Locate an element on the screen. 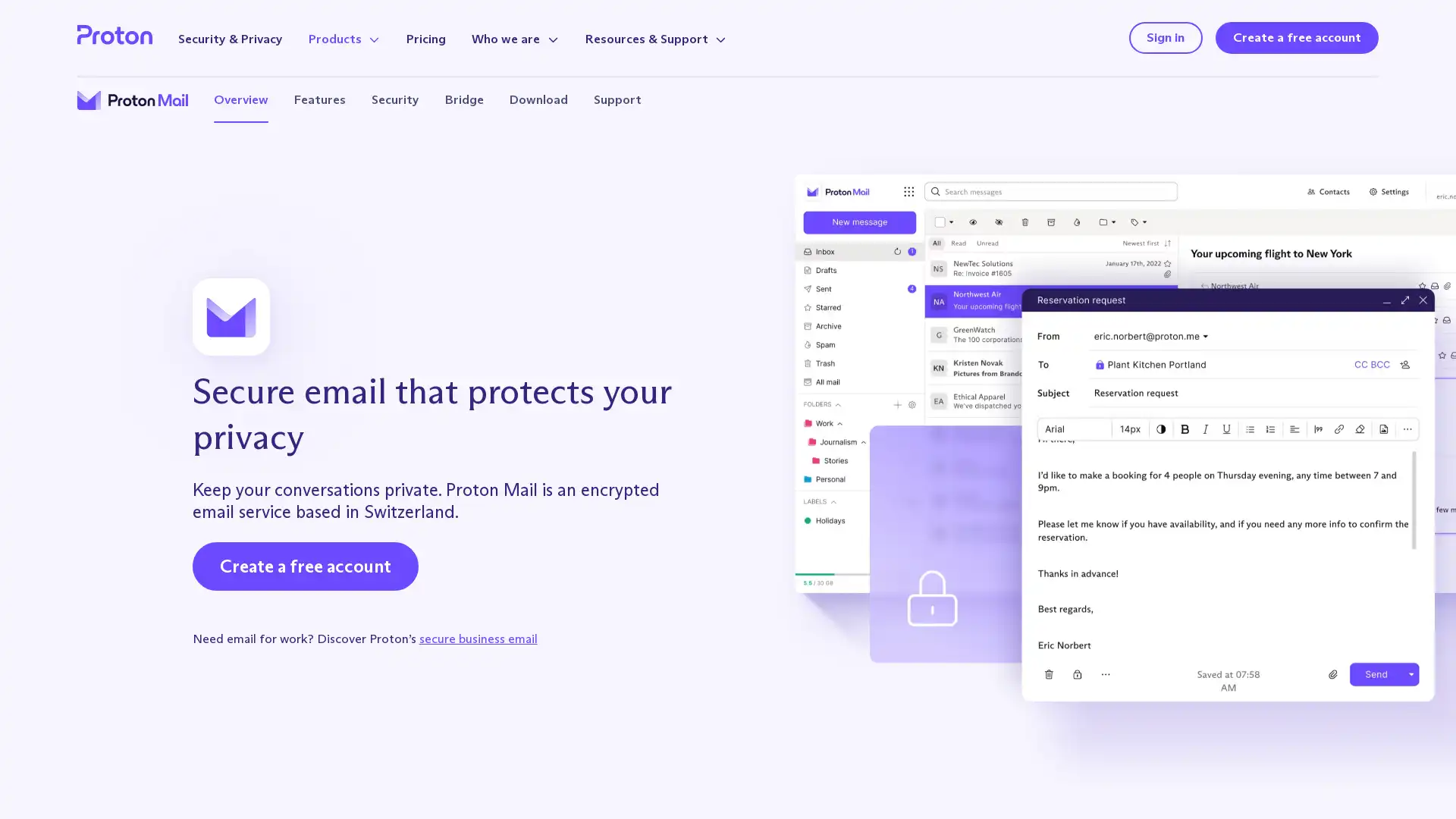 This screenshot has height=819, width=1456. Who we are is located at coordinates (515, 38).